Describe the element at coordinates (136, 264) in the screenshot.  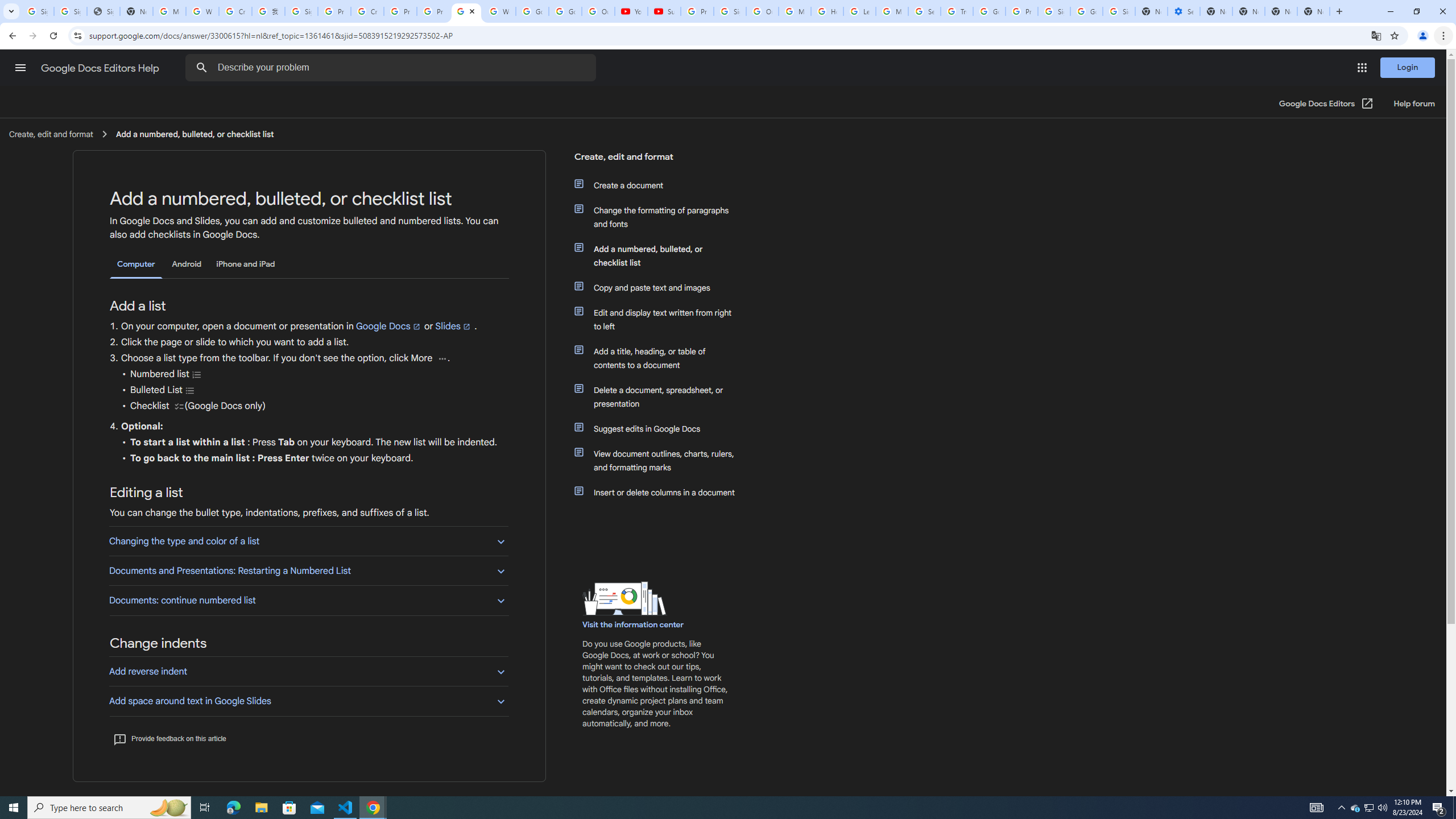
I see `'Computer'` at that location.